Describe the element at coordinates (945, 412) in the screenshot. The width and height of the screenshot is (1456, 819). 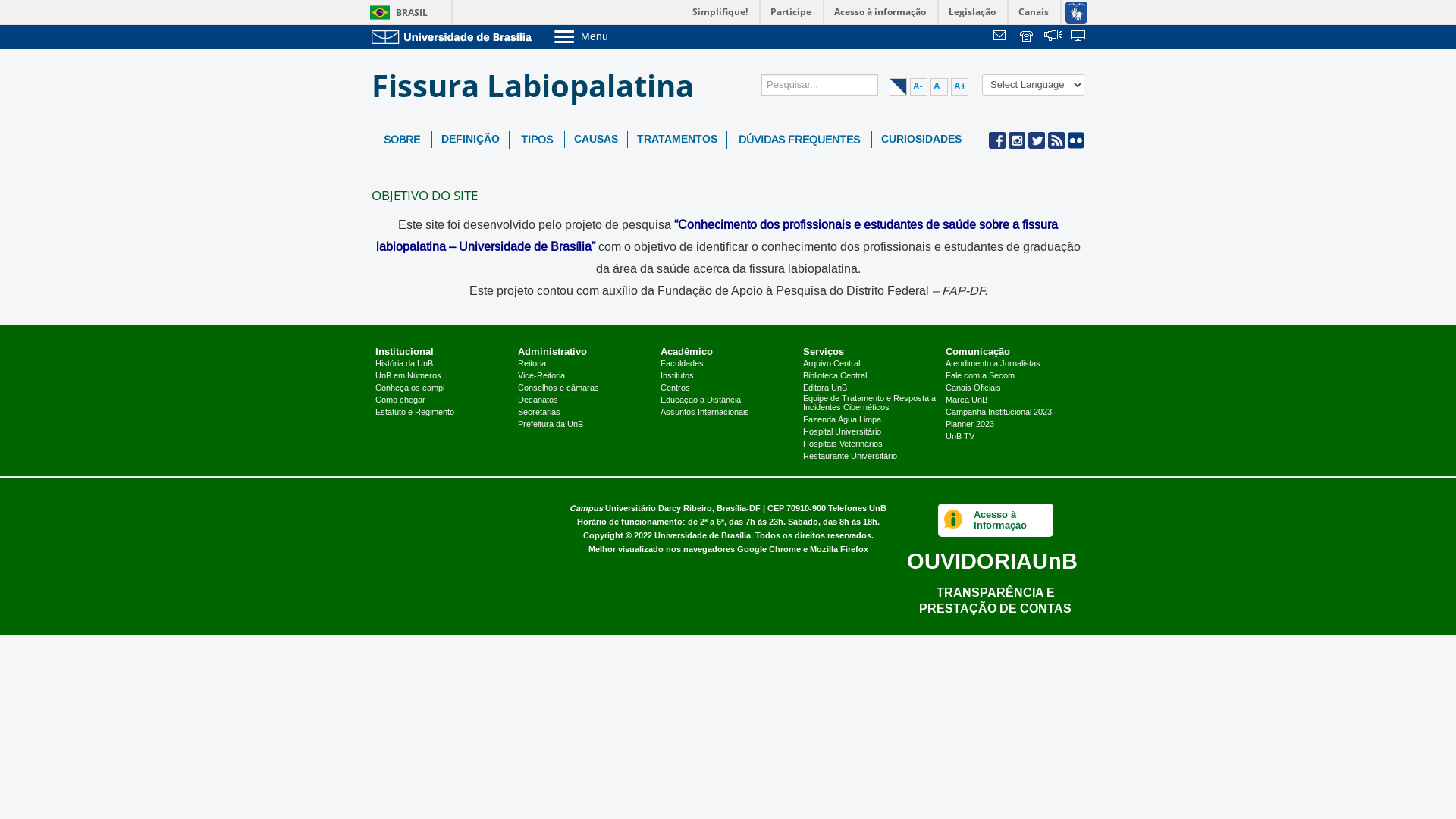
I see `'Campanha Institucional 2023'` at that location.